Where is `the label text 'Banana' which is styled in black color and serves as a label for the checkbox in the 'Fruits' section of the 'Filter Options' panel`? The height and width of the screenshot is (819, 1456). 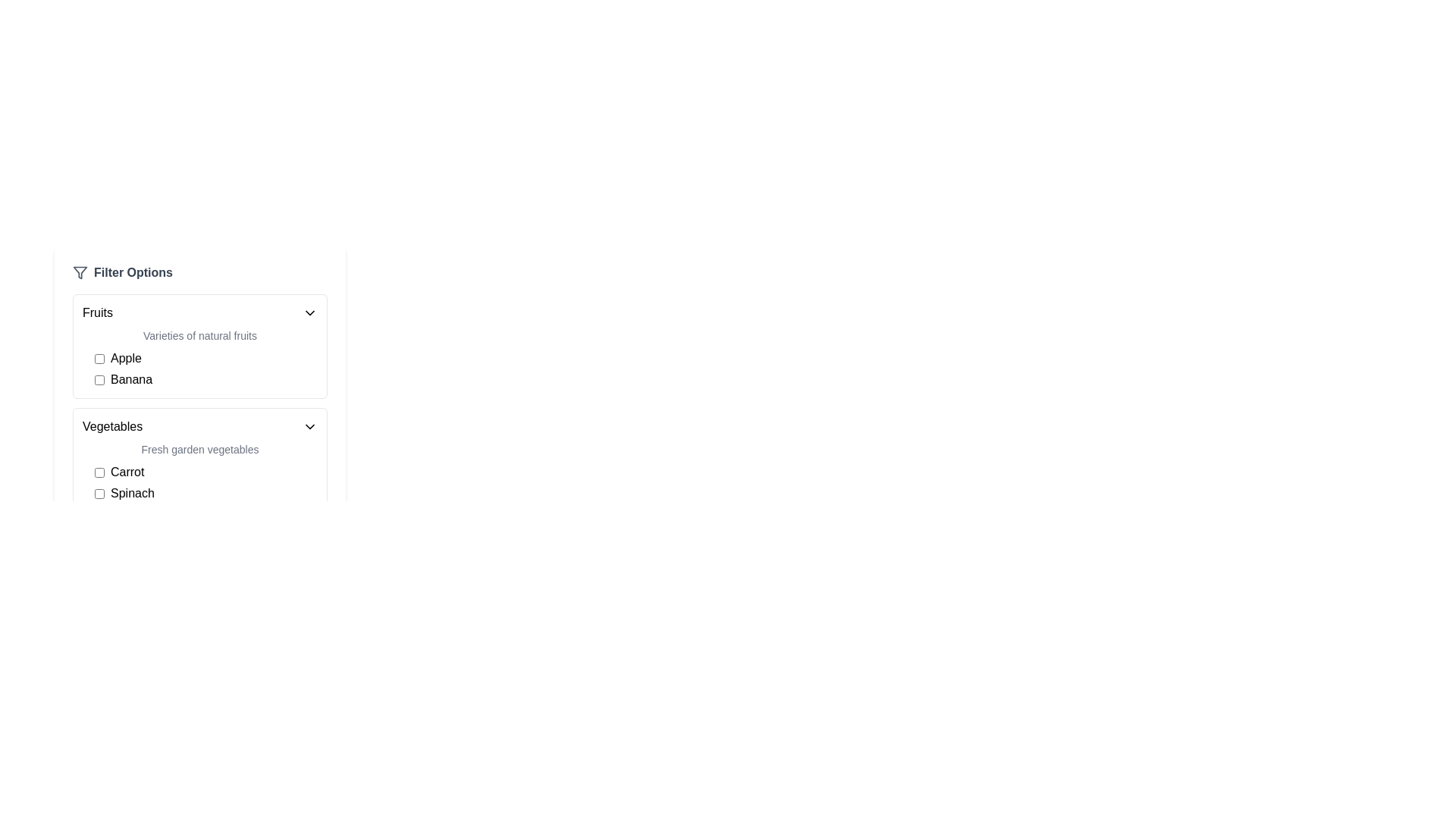
the label text 'Banana' which is styled in black color and serves as a label for the checkbox in the 'Fruits' section of the 'Filter Options' panel is located at coordinates (131, 379).